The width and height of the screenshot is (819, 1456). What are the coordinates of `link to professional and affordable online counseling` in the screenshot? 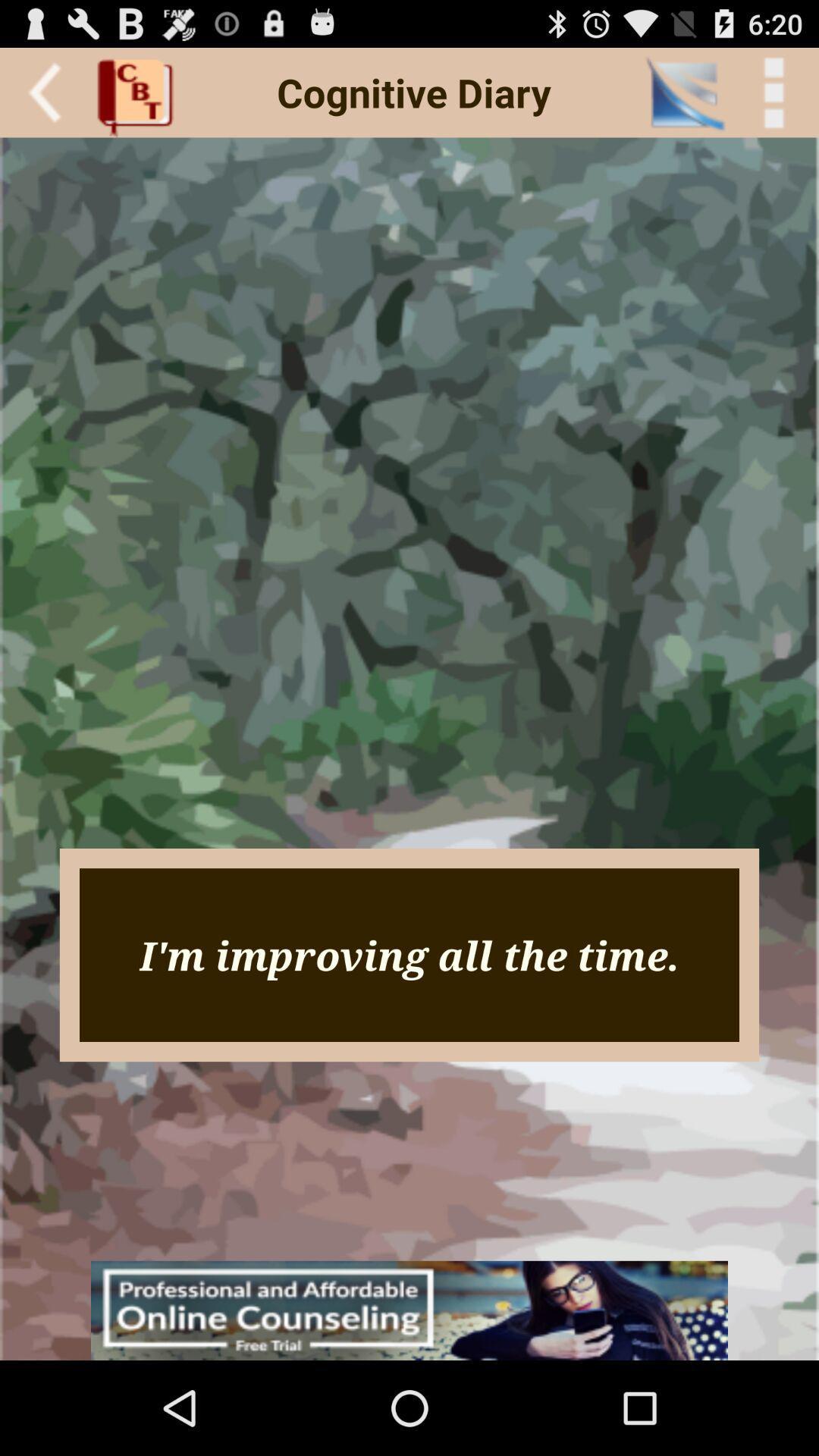 It's located at (409, 1310).